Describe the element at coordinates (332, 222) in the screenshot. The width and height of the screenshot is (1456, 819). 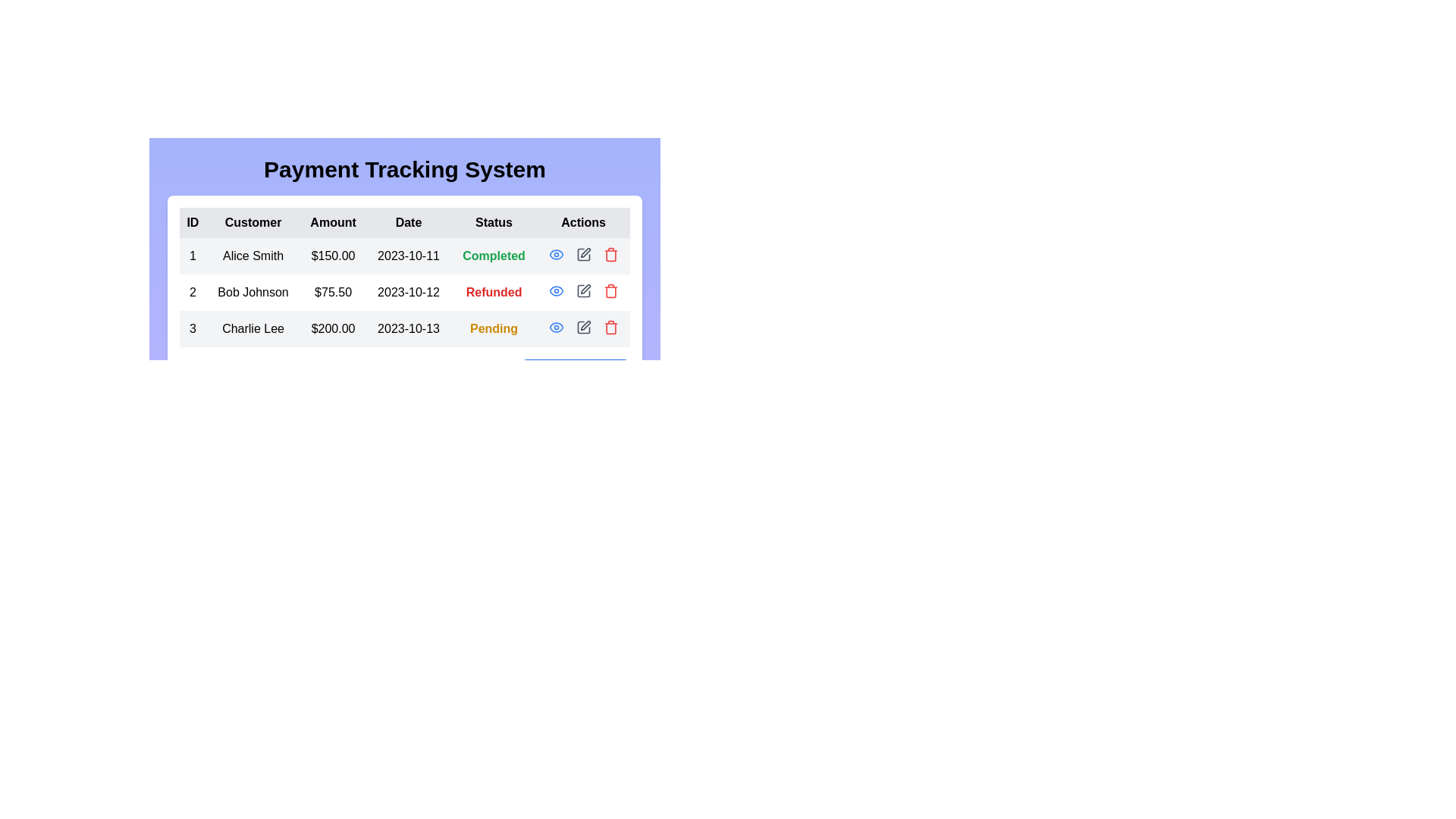
I see `the 'Amount' header label in the table, which is located in the third column and visually styled with a gray background` at that location.